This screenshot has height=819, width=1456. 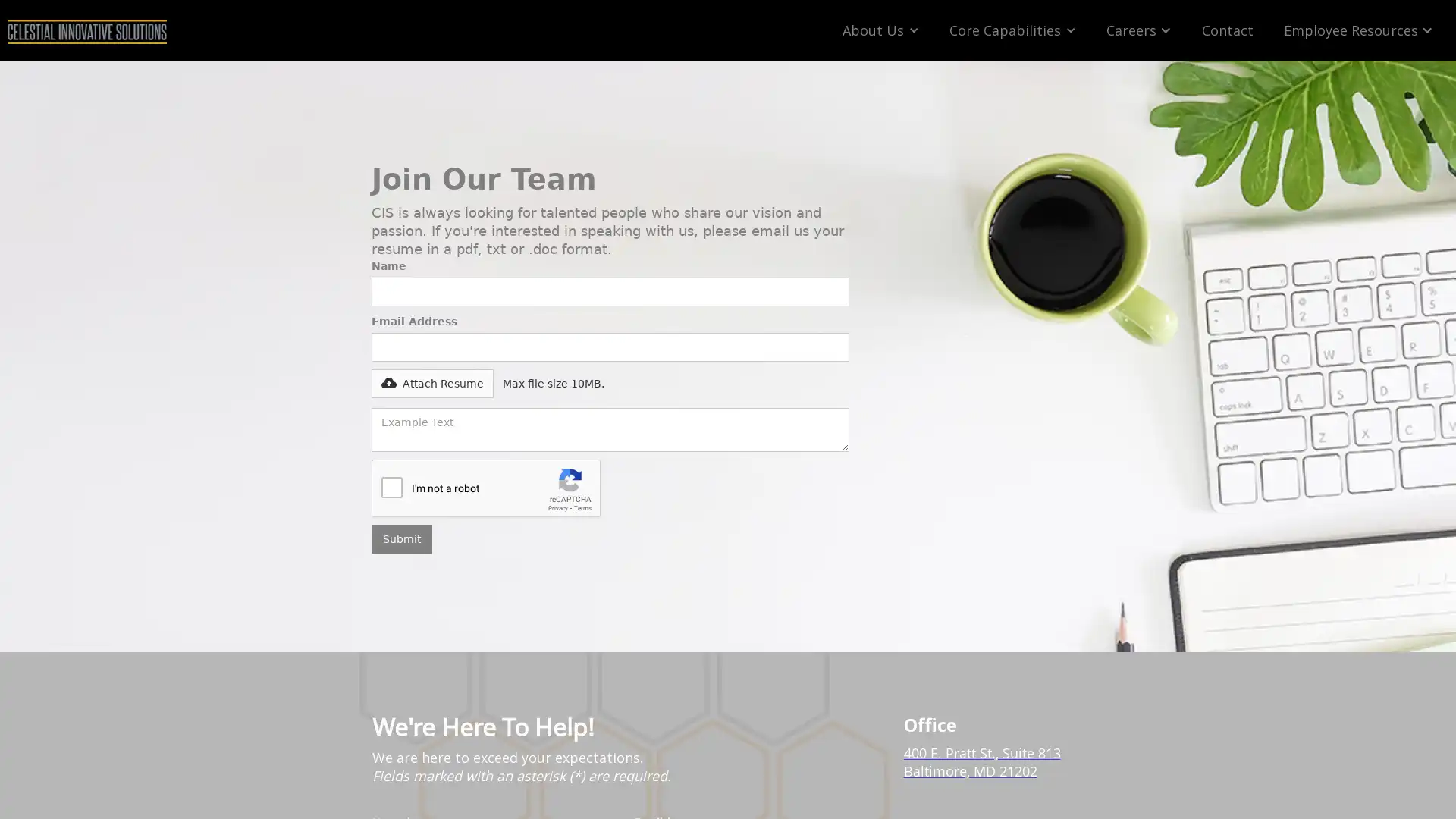 What do you see at coordinates (408, 376) in the screenshot?
I see `Choose File` at bounding box center [408, 376].